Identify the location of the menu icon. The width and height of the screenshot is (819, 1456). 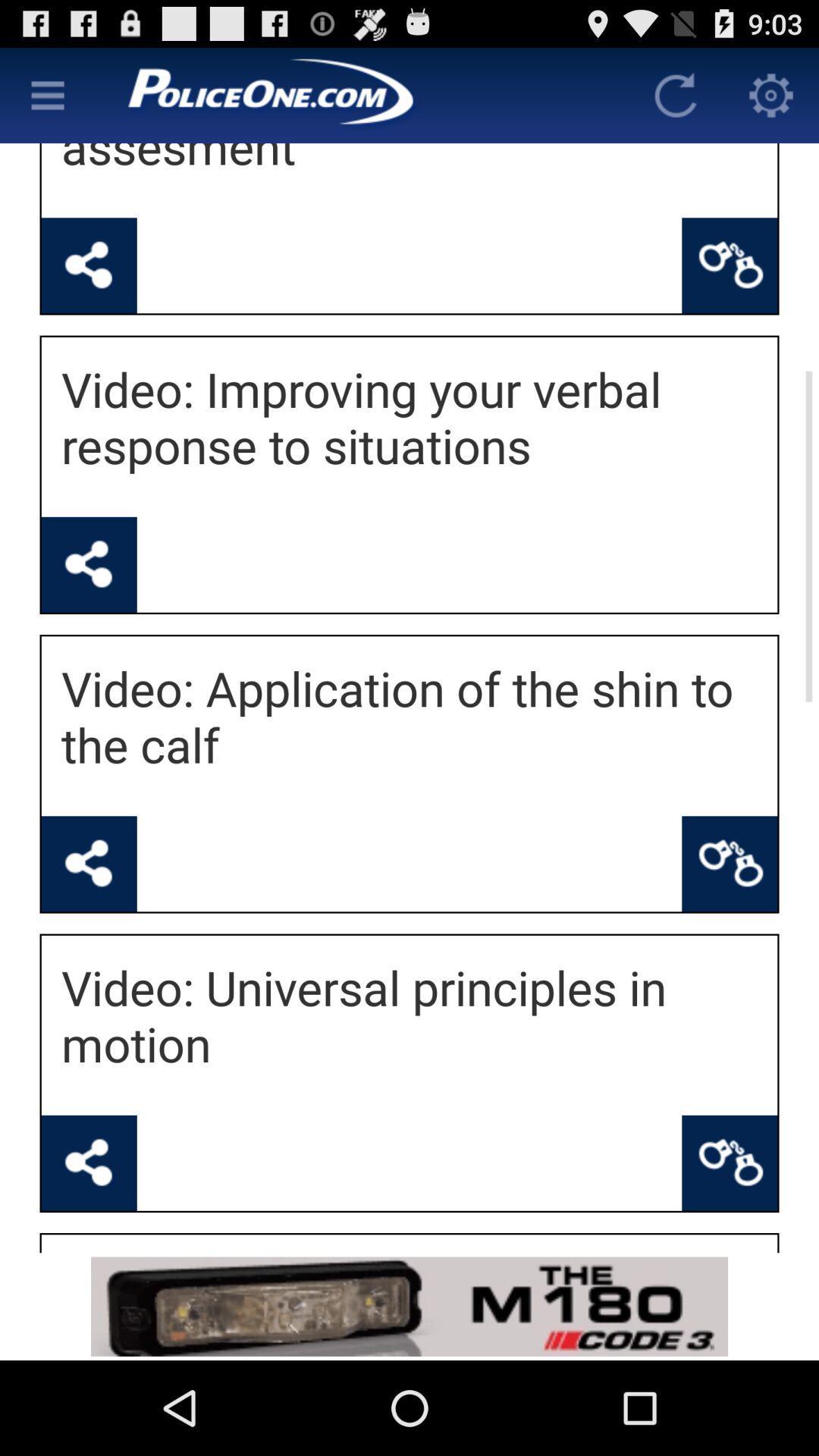
(46, 101).